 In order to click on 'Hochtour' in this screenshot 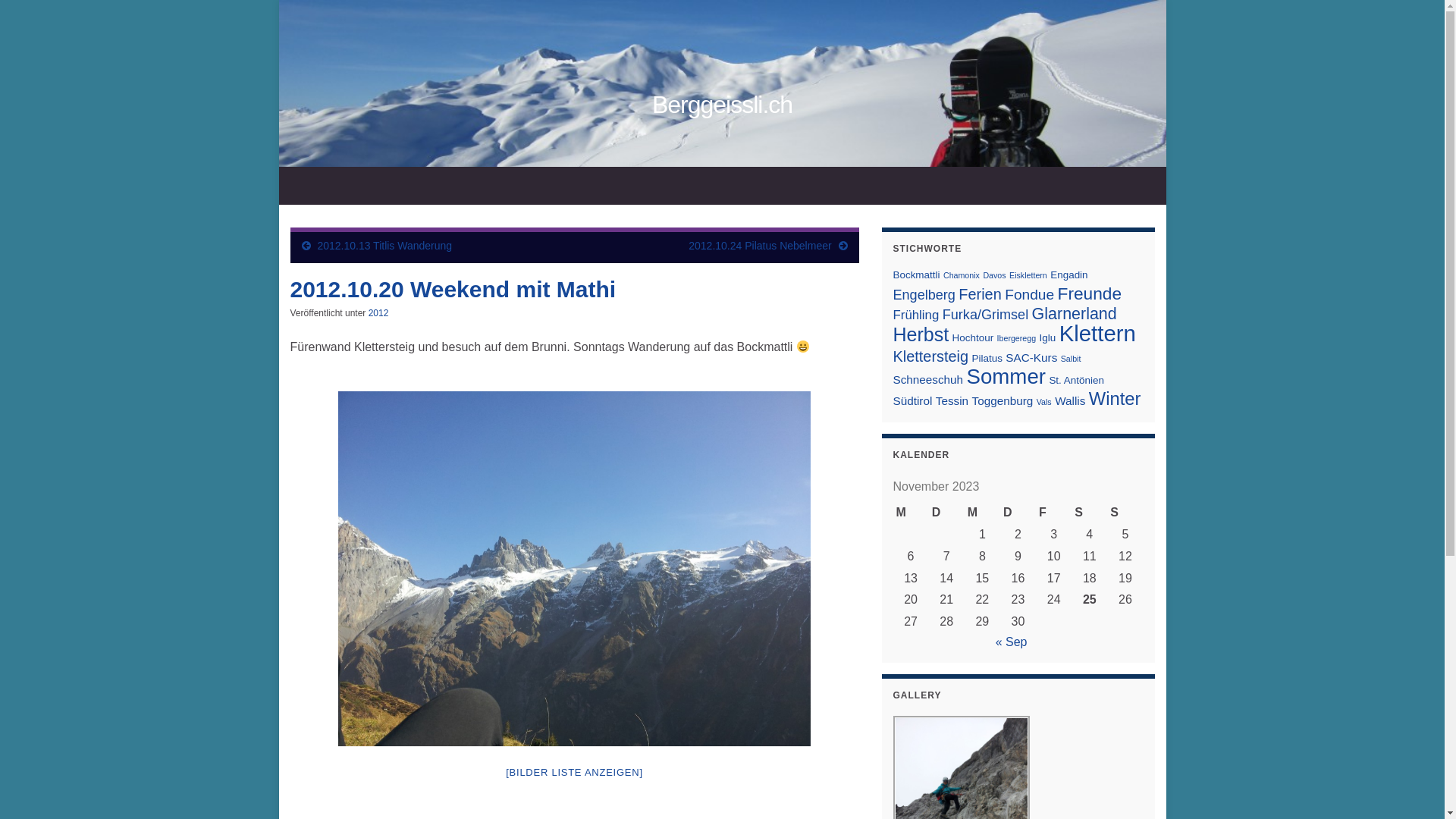, I will do `click(973, 337)`.